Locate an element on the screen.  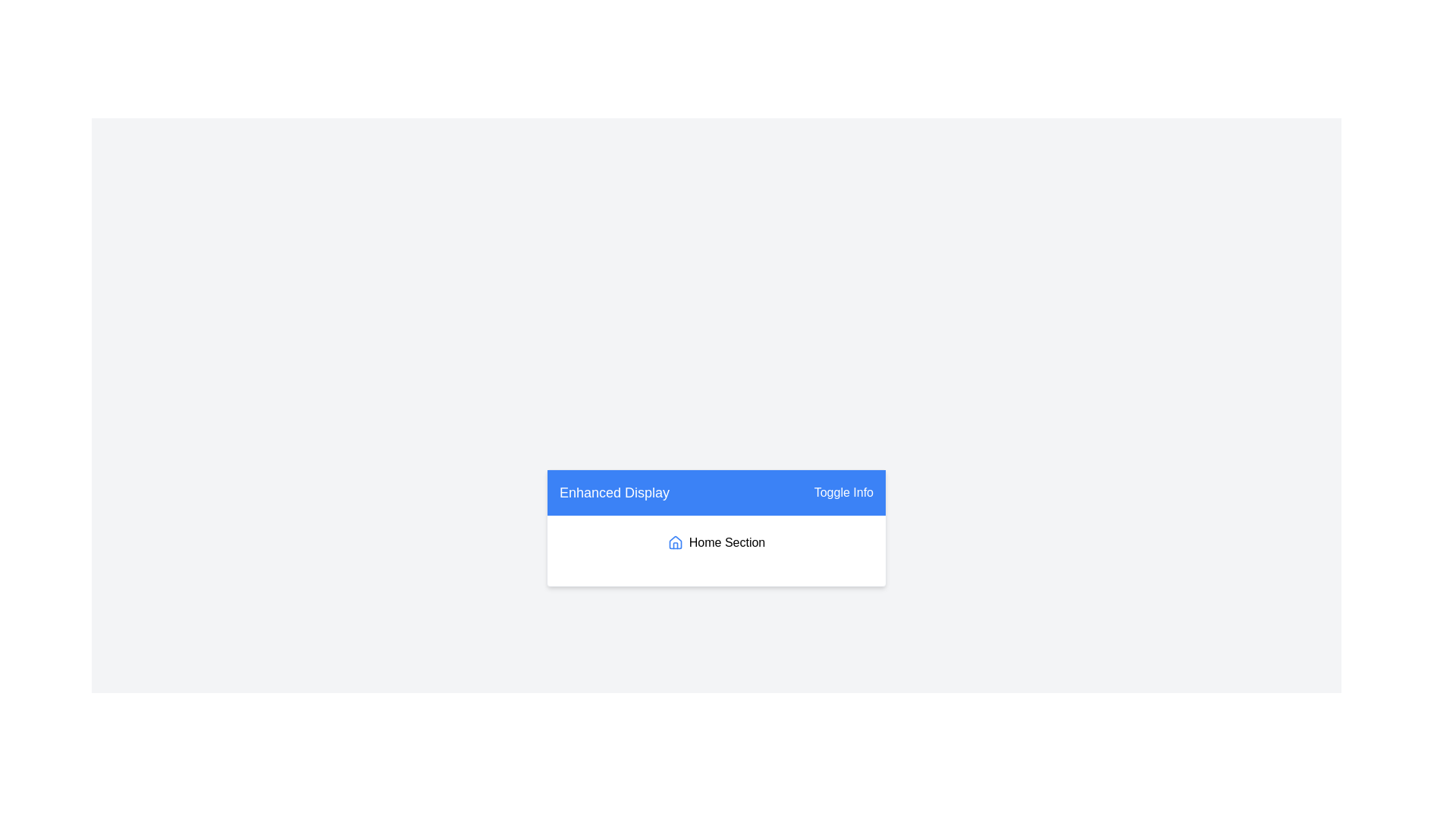
the house icon with a blue outline located next to the 'Home Section' text is located at coordinates (674, 541).